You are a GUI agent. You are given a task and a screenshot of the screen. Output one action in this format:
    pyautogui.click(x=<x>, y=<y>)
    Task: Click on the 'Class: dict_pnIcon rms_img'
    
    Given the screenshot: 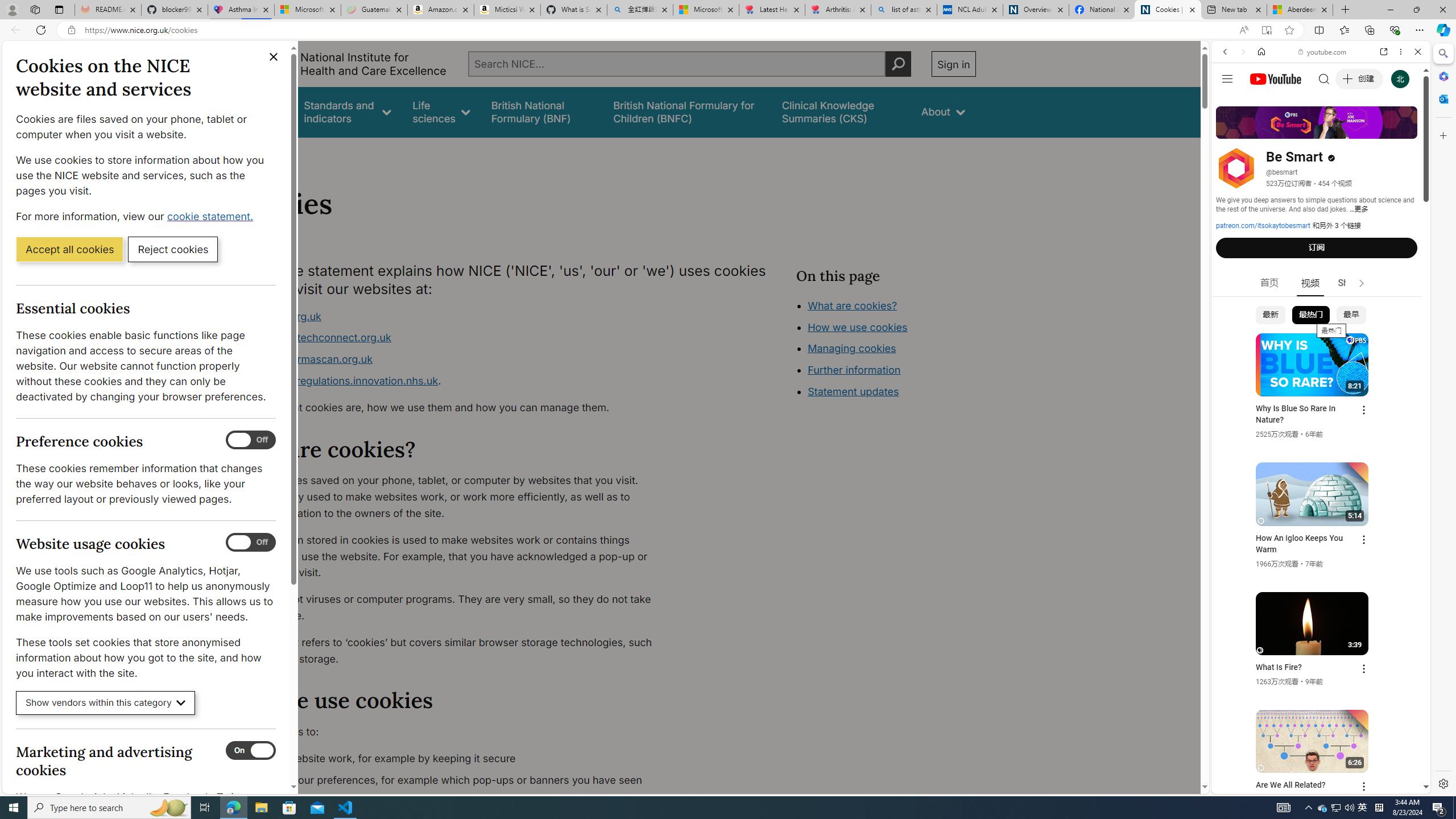 What is the action you would take?
    pyautogui.click(x=1312, y=784)
    